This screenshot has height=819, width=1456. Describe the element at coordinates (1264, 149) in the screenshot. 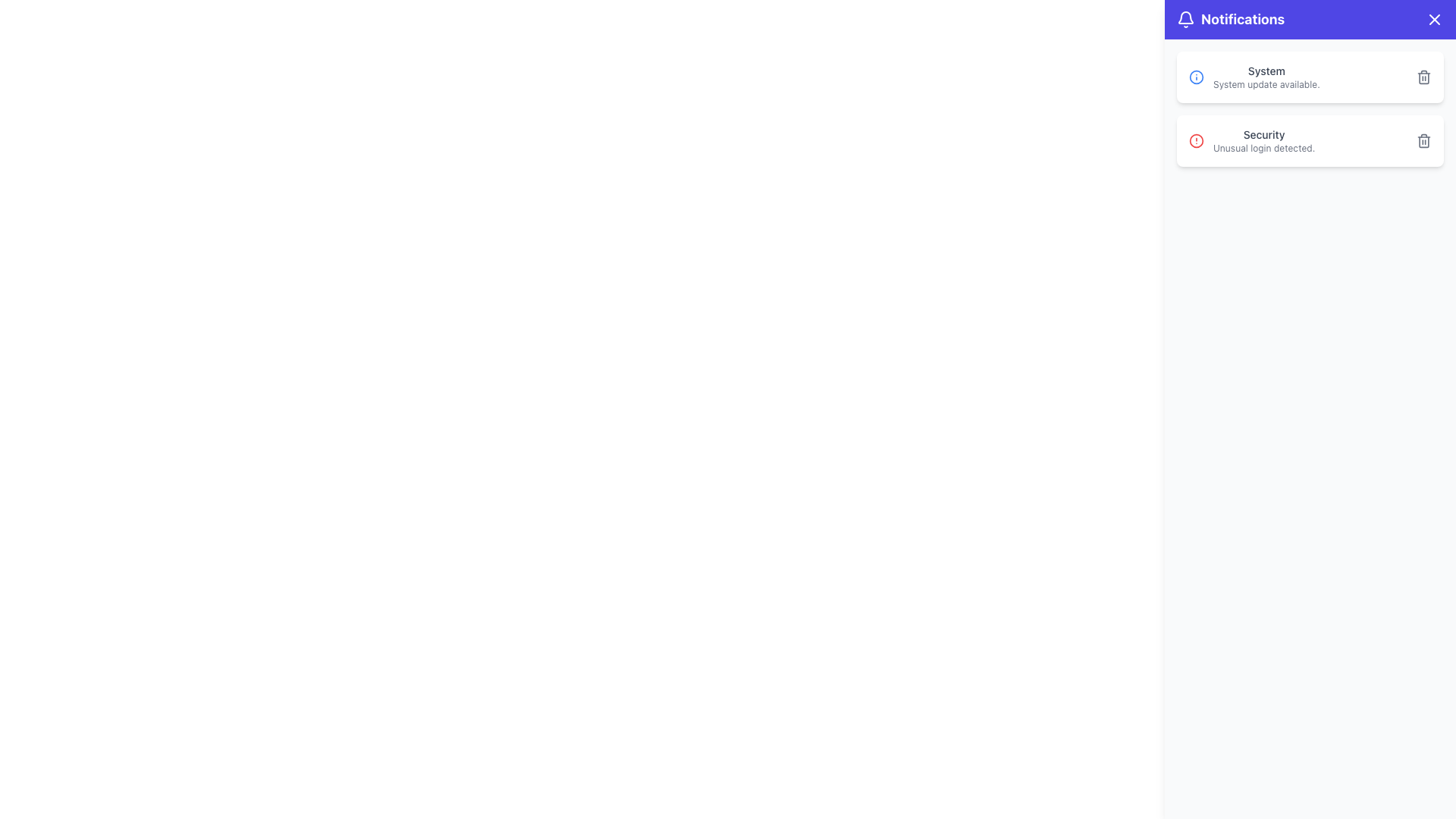

I see `the text label component that displays the message 'Unusual login detected.' located within the 'Security' notification card, positioned directly beneath the header text 'Security.'` at that location.